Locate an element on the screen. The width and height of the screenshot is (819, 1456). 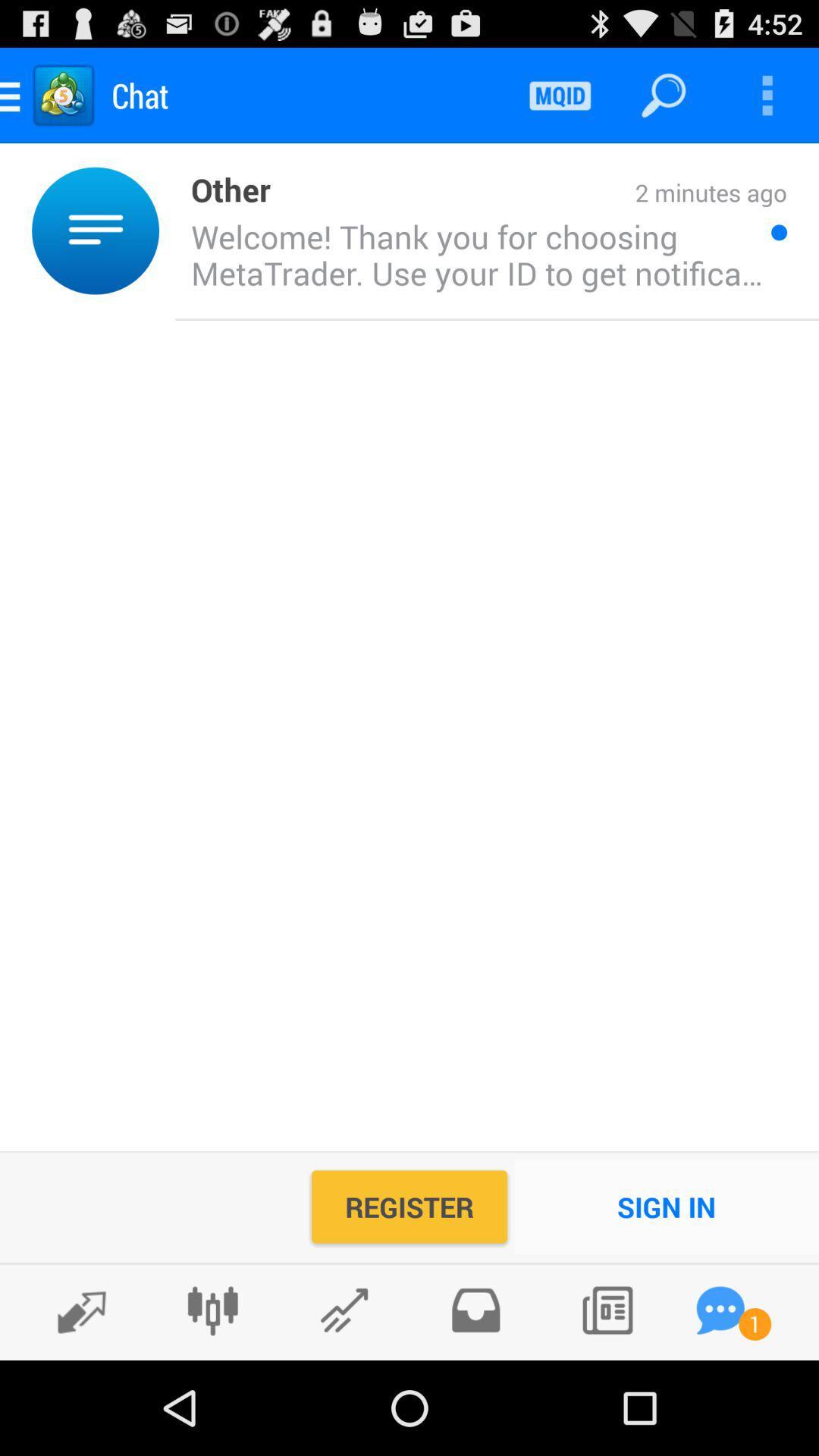
inbox is located at coordinates (475, 1310).